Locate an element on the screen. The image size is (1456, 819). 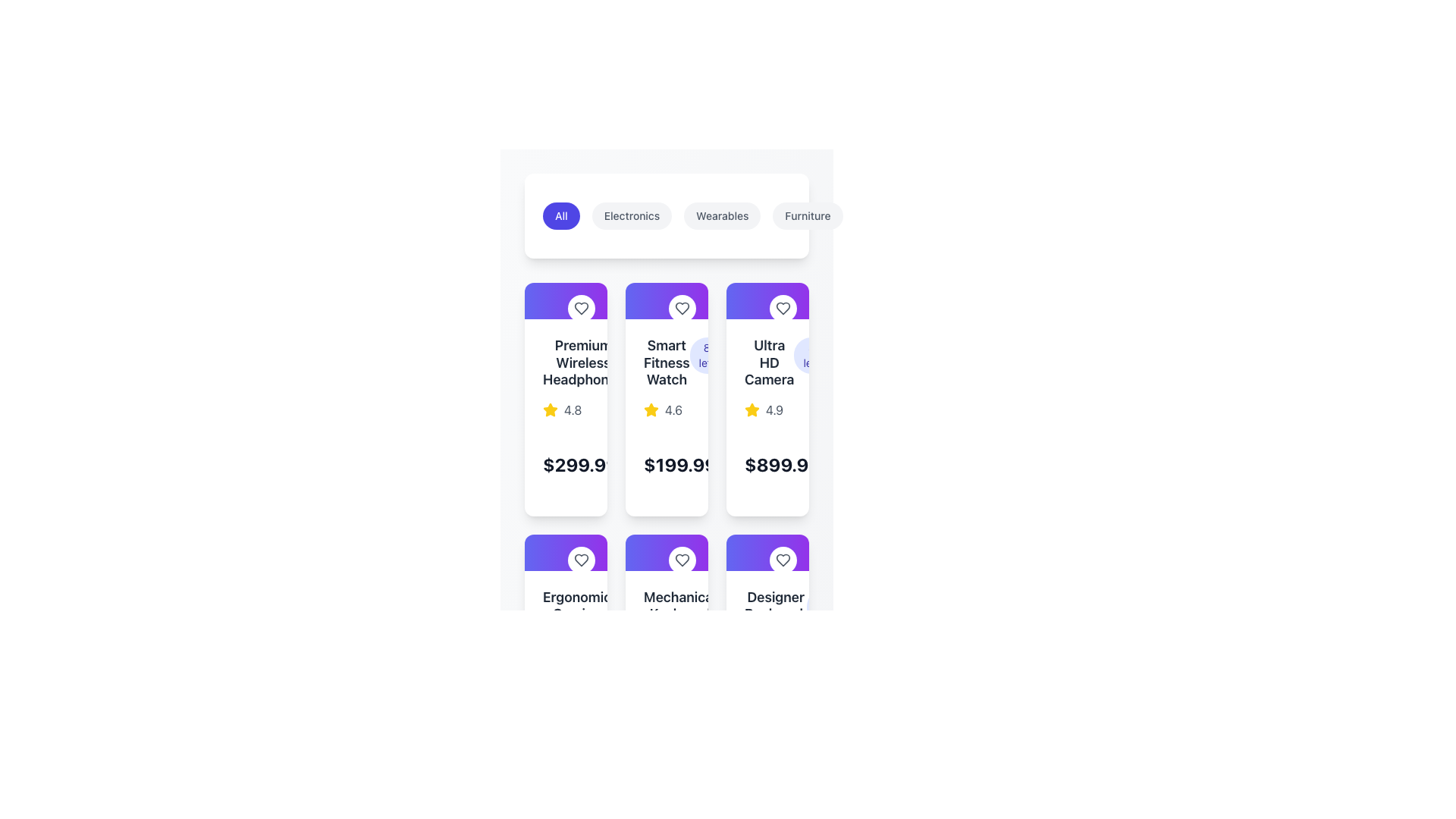
the 'Add to Cart' button on the Product Listing Card for the ergonomic gaming chair, which is located in the bottom left section of the grid layout is located at coordinates (565, 650).